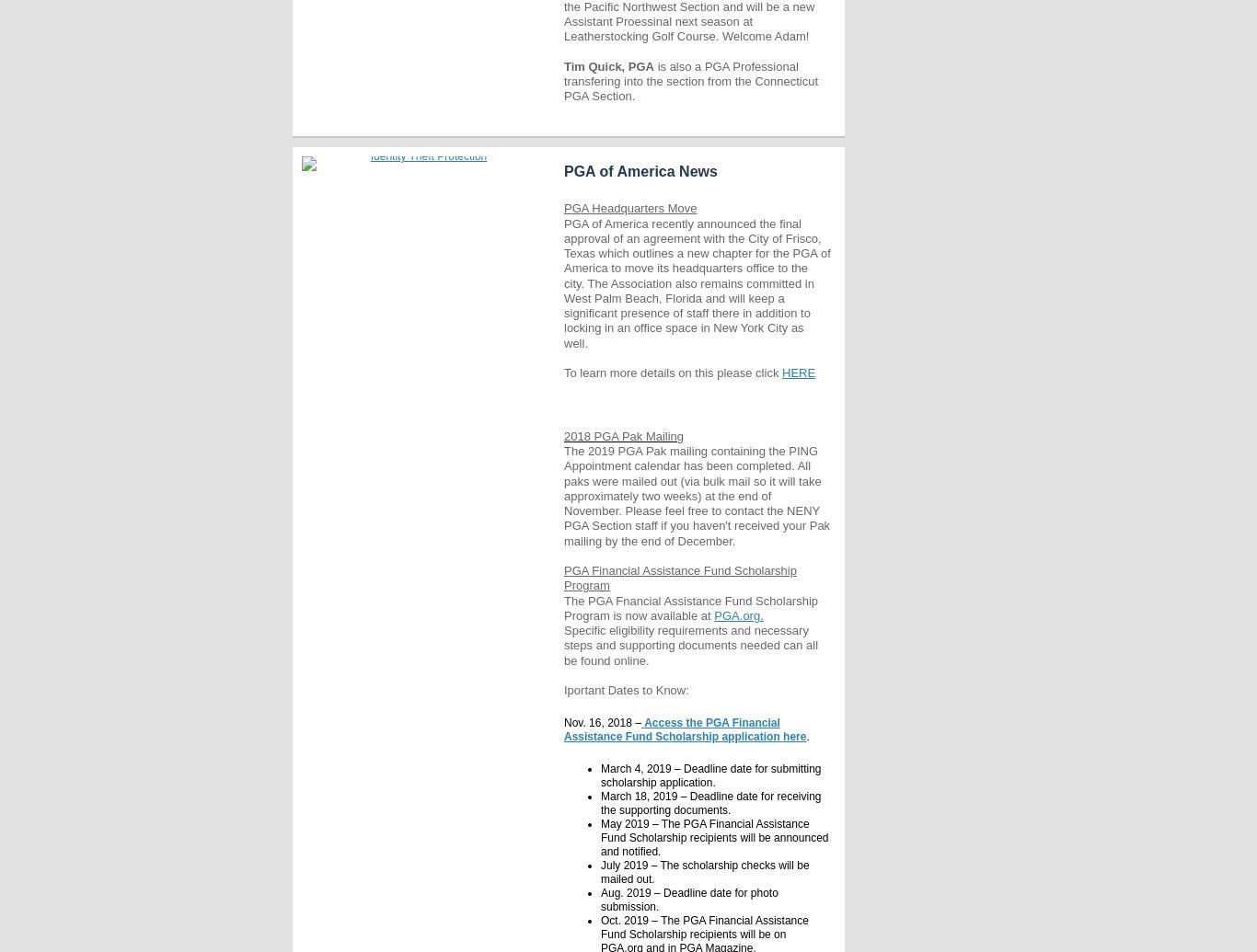  Describe the element at coordinates (797, 373) in the screenshot. I see `'HERE'` at that location.